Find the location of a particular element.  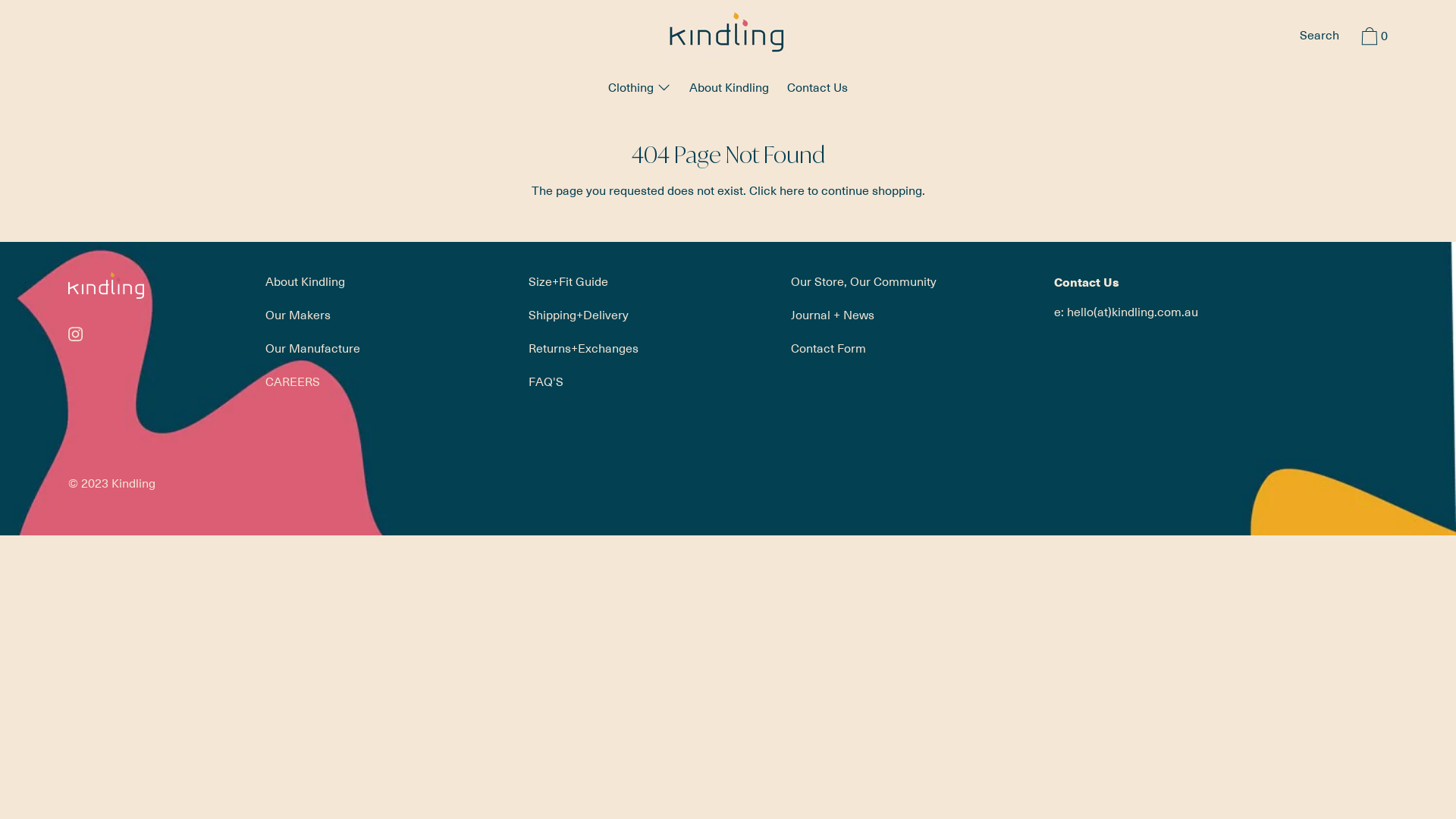

'Contact Form' is located at coordinates (827, 348).